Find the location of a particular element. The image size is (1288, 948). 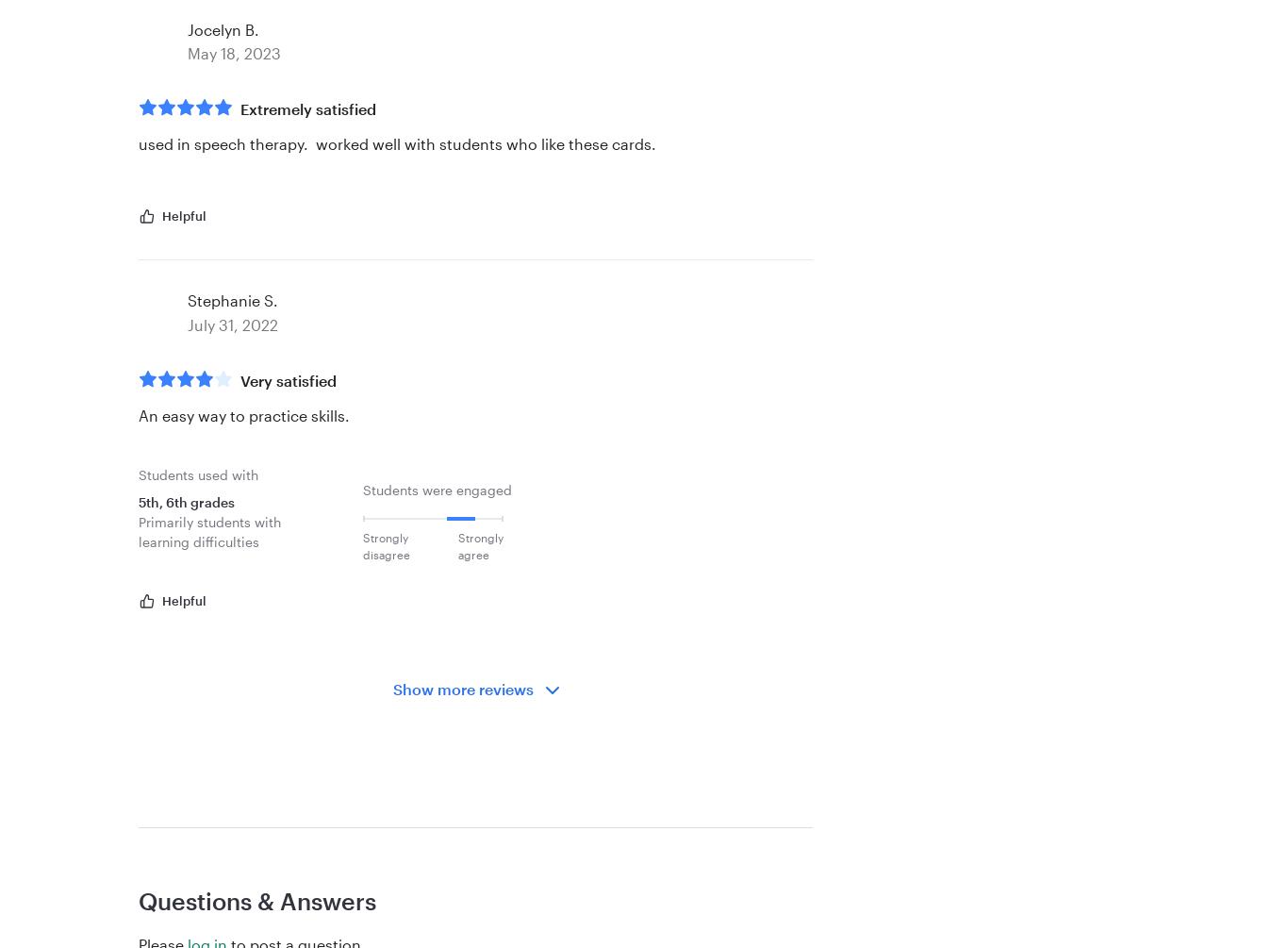

'Students were engaged' is located at coordinates (438, 489).